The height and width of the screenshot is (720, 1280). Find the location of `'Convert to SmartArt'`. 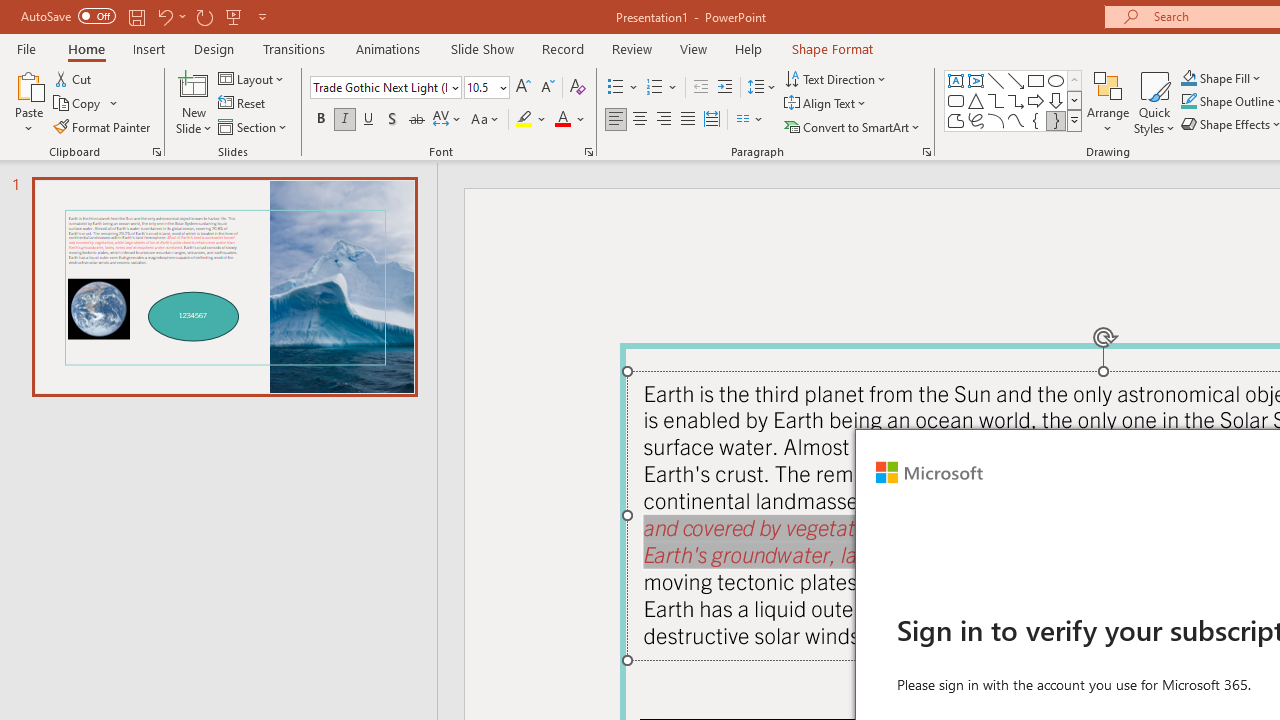

'Convert to SmartArt' is located at coordinates (853, 127).